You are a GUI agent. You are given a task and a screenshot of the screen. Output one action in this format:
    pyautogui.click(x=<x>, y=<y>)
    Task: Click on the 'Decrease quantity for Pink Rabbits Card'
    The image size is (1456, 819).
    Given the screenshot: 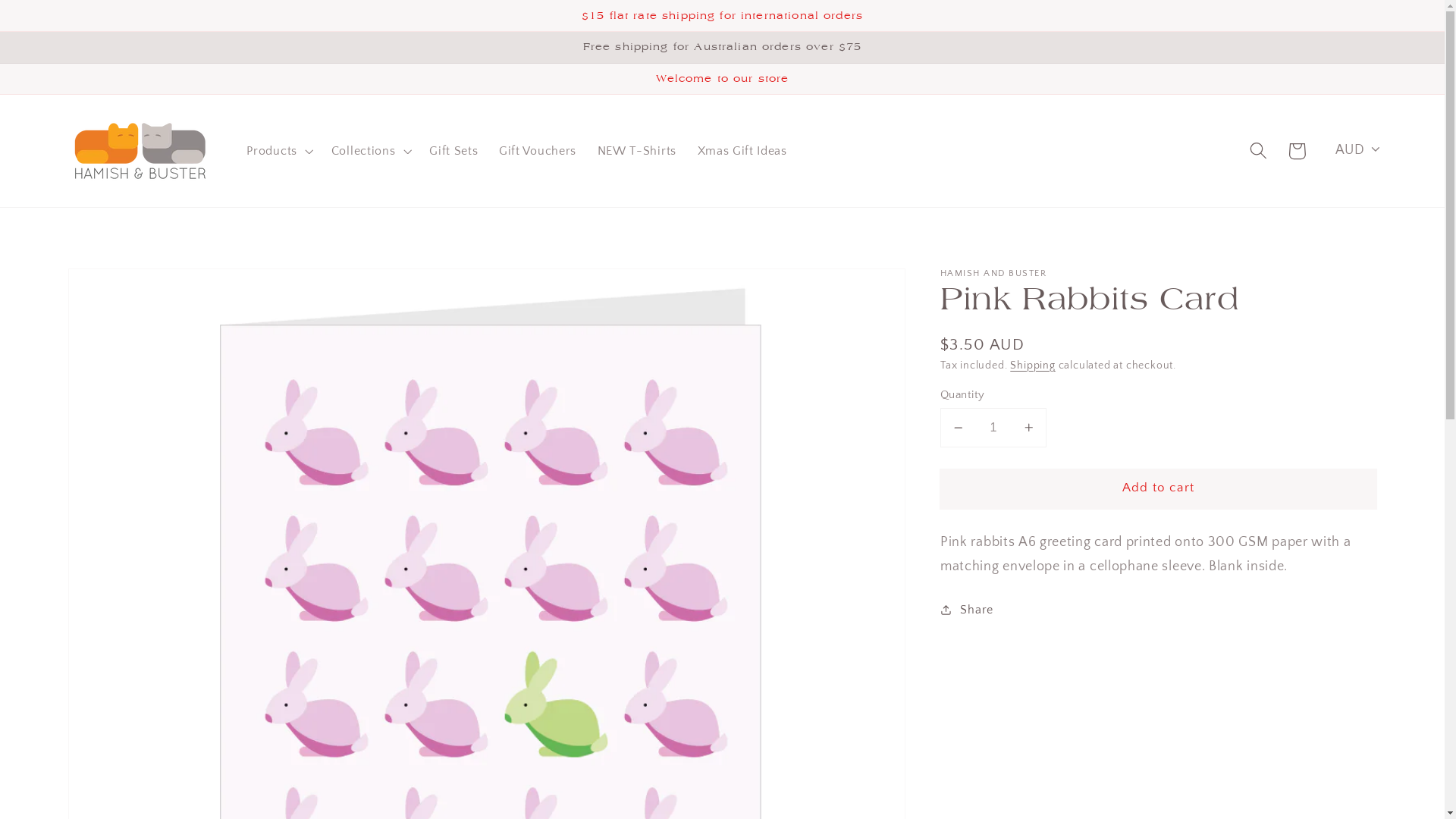 What is the action you would take?
    pyautogui.click(x=957, y=427)
    